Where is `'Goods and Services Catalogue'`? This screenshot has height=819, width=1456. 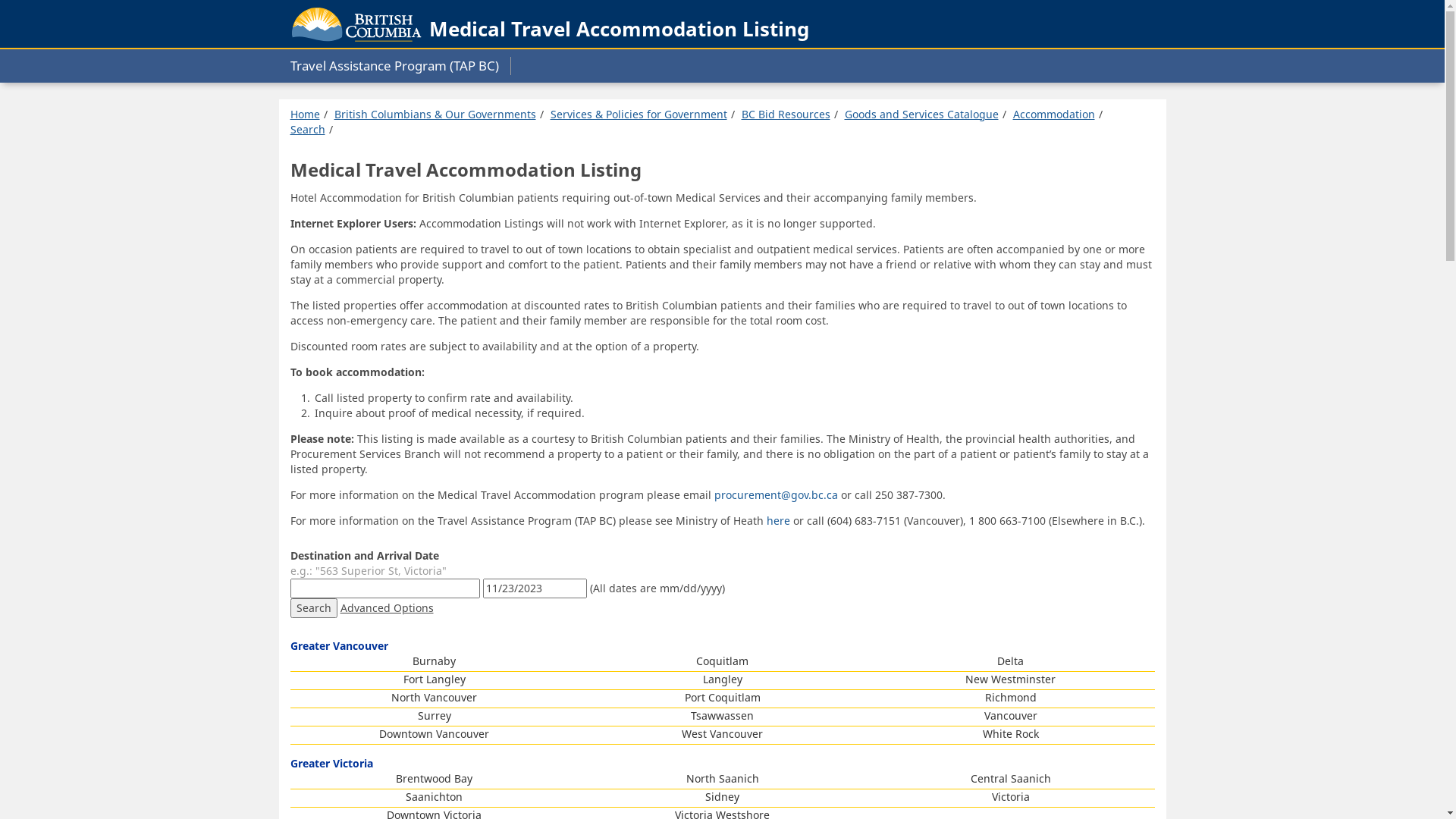 'Goods and Services Catalogue' is located at coordinates (843, 113).